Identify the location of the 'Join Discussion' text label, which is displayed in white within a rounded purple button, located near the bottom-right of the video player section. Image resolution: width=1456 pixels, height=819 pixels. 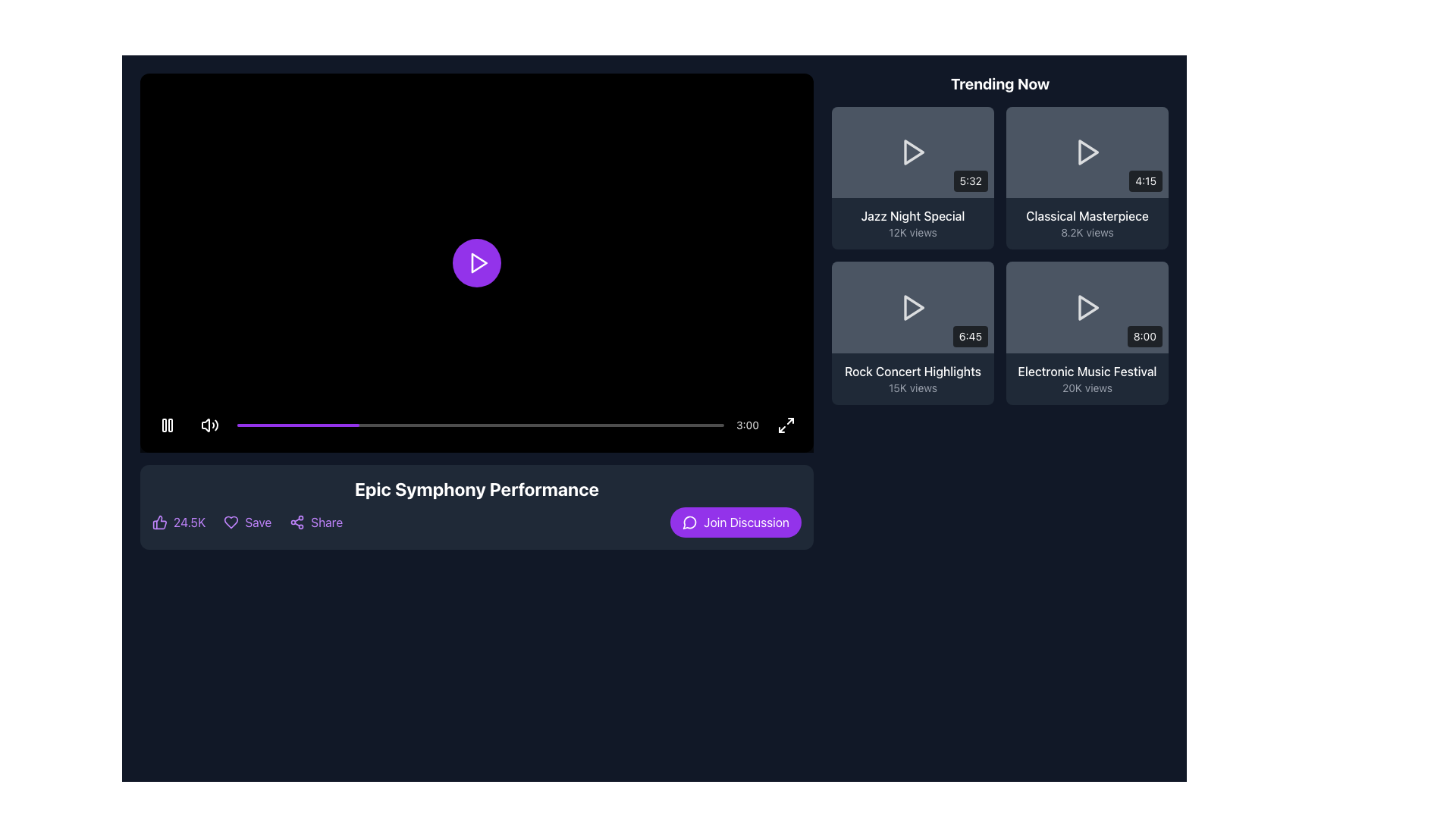
(746, 521).